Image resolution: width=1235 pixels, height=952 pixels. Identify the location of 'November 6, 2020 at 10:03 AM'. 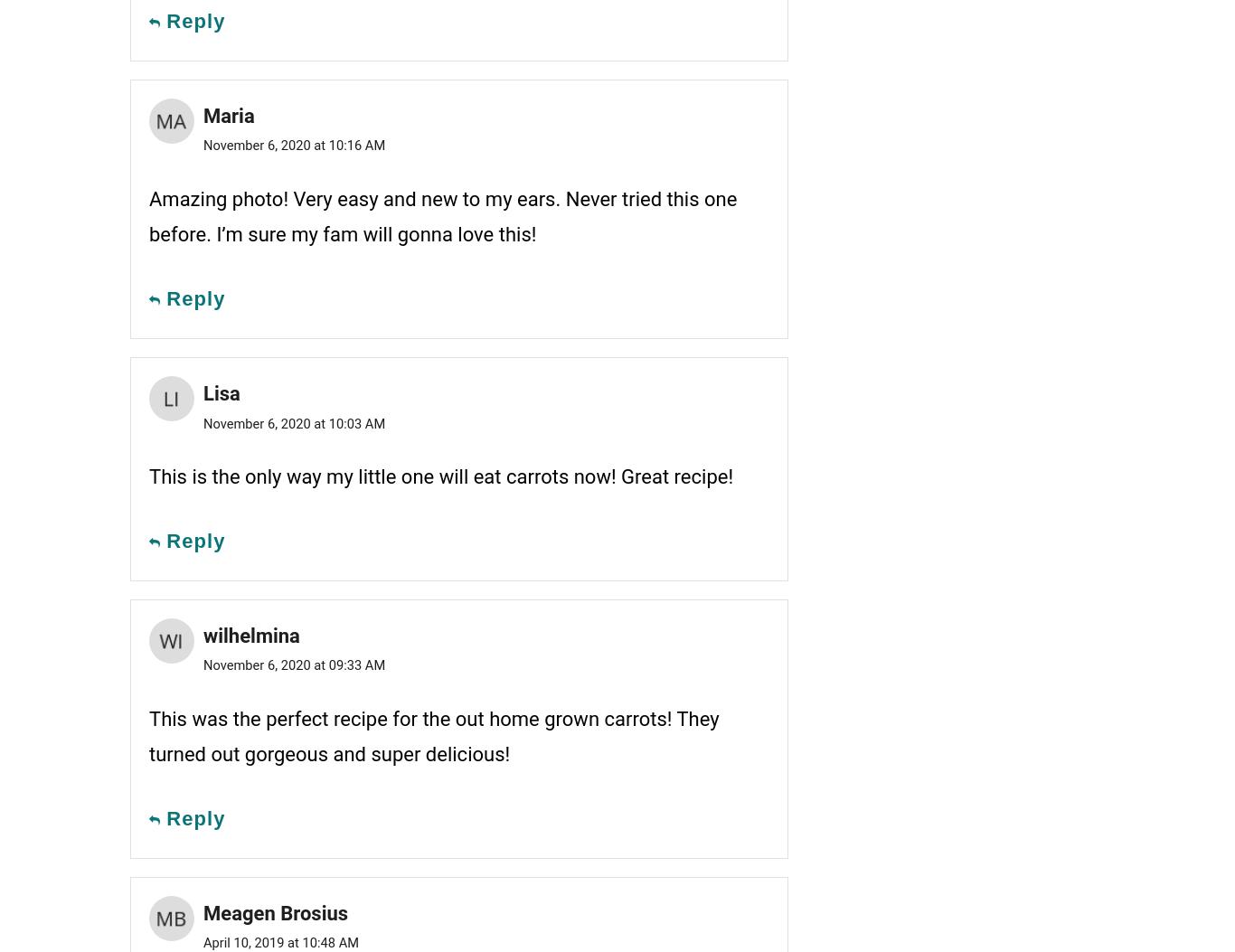
(202, 421).